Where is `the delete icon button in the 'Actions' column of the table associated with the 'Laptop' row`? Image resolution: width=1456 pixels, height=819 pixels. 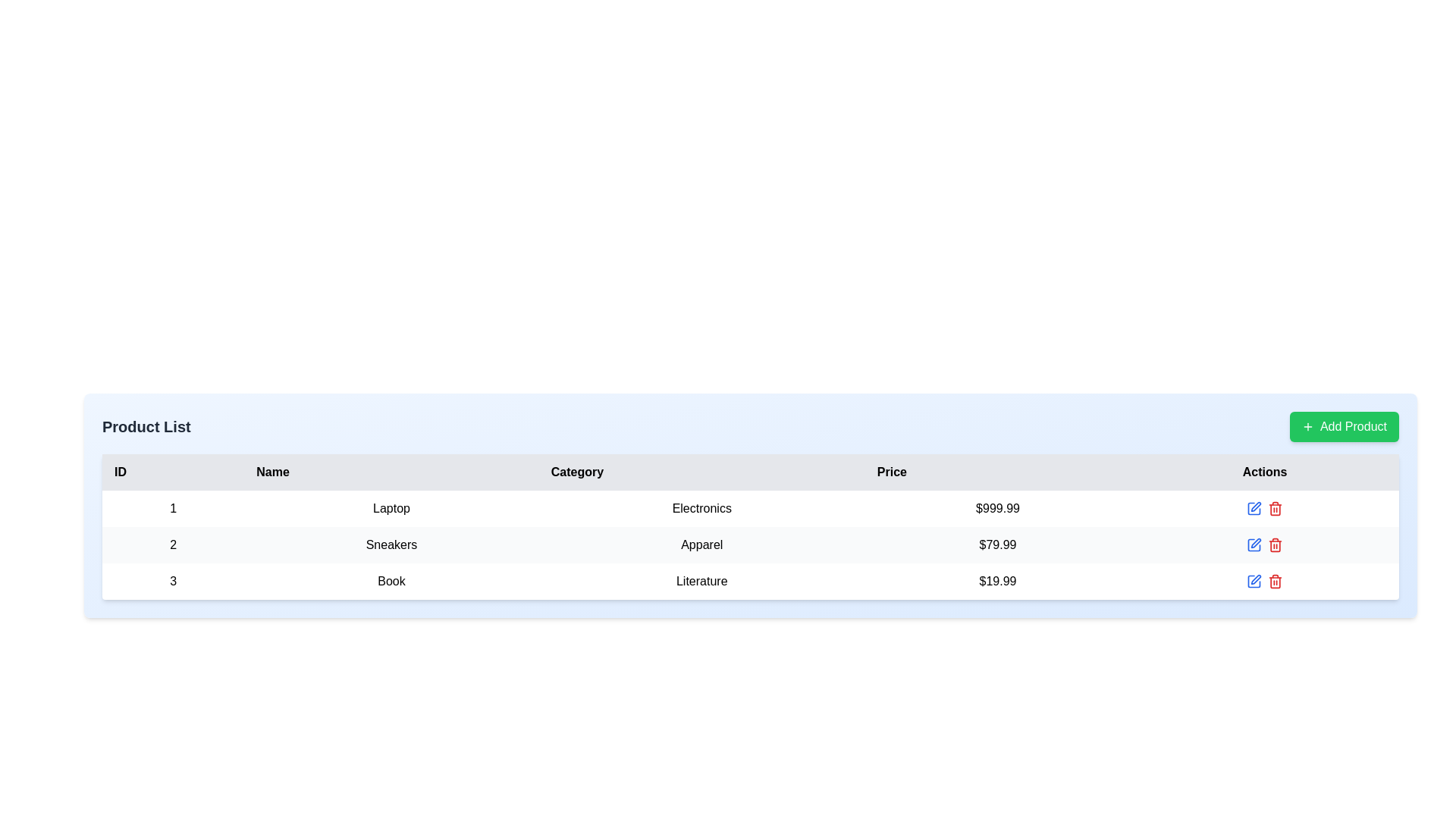 the delete icon button in the 'Actions' column of the table associated with the 'Laptop' row is located at coordinates (1274, 509).